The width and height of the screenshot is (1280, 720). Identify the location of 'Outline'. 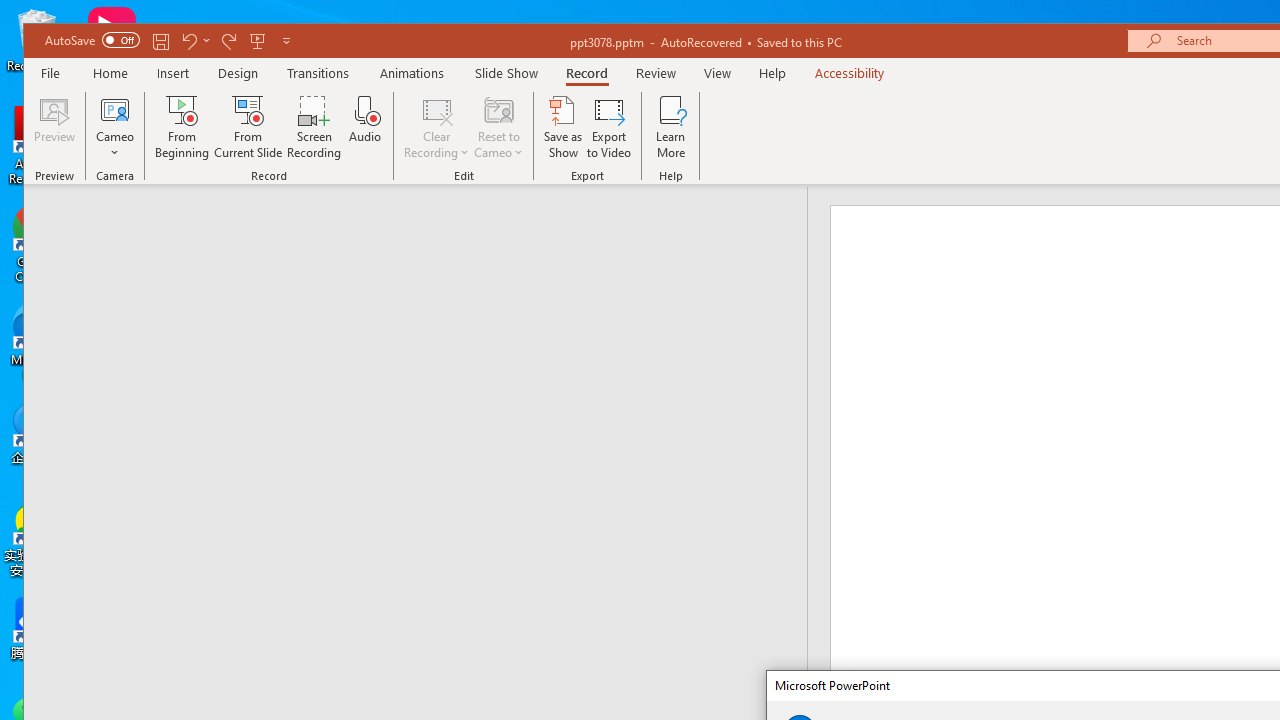
(423, 225).